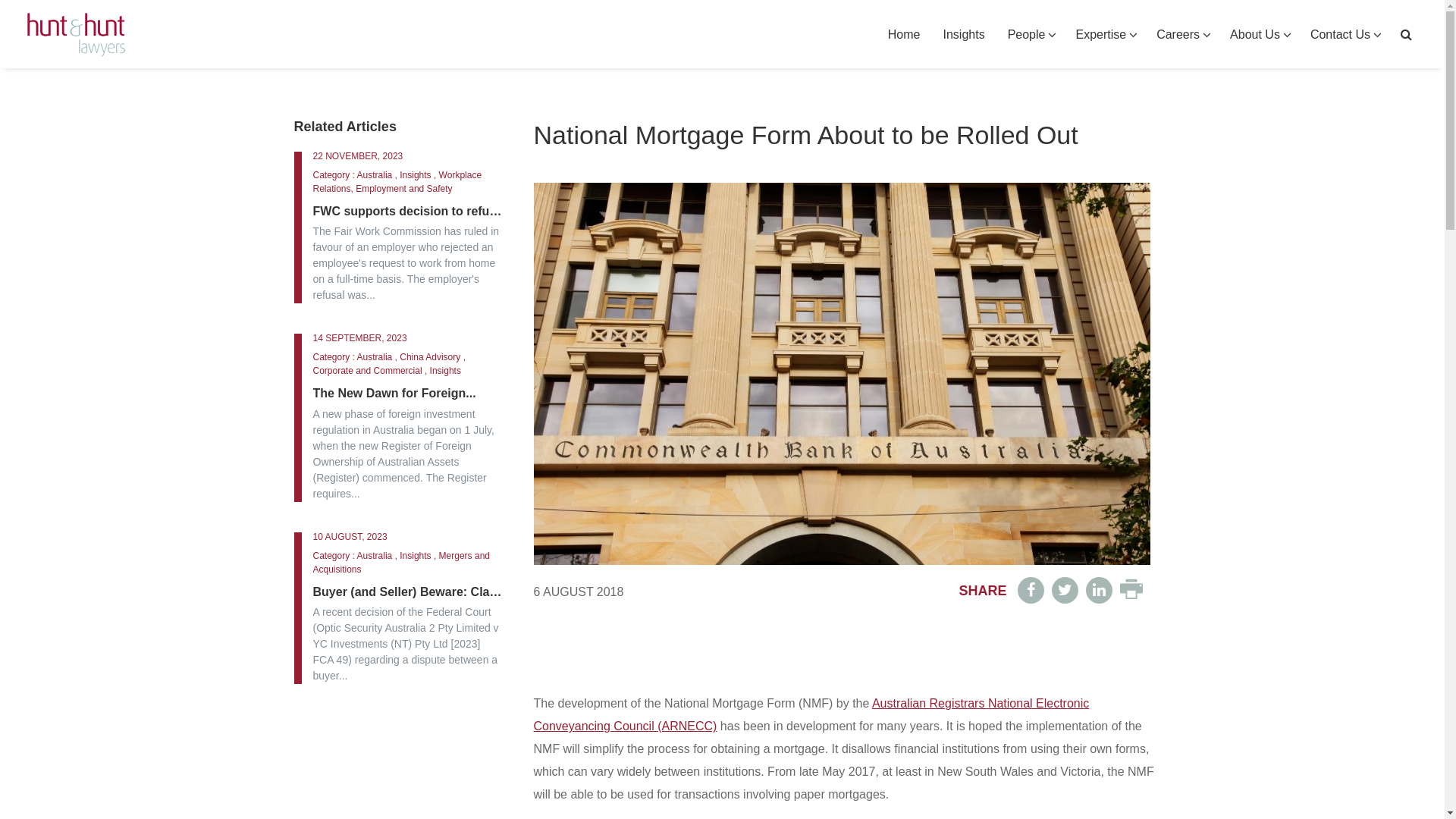 The height and width of the screenshot is (819, 1456). What do you see at coordinates (0, 0) in the screenshot?
I see `'Skip to primary navigation'` at bounding box center [0, 0].